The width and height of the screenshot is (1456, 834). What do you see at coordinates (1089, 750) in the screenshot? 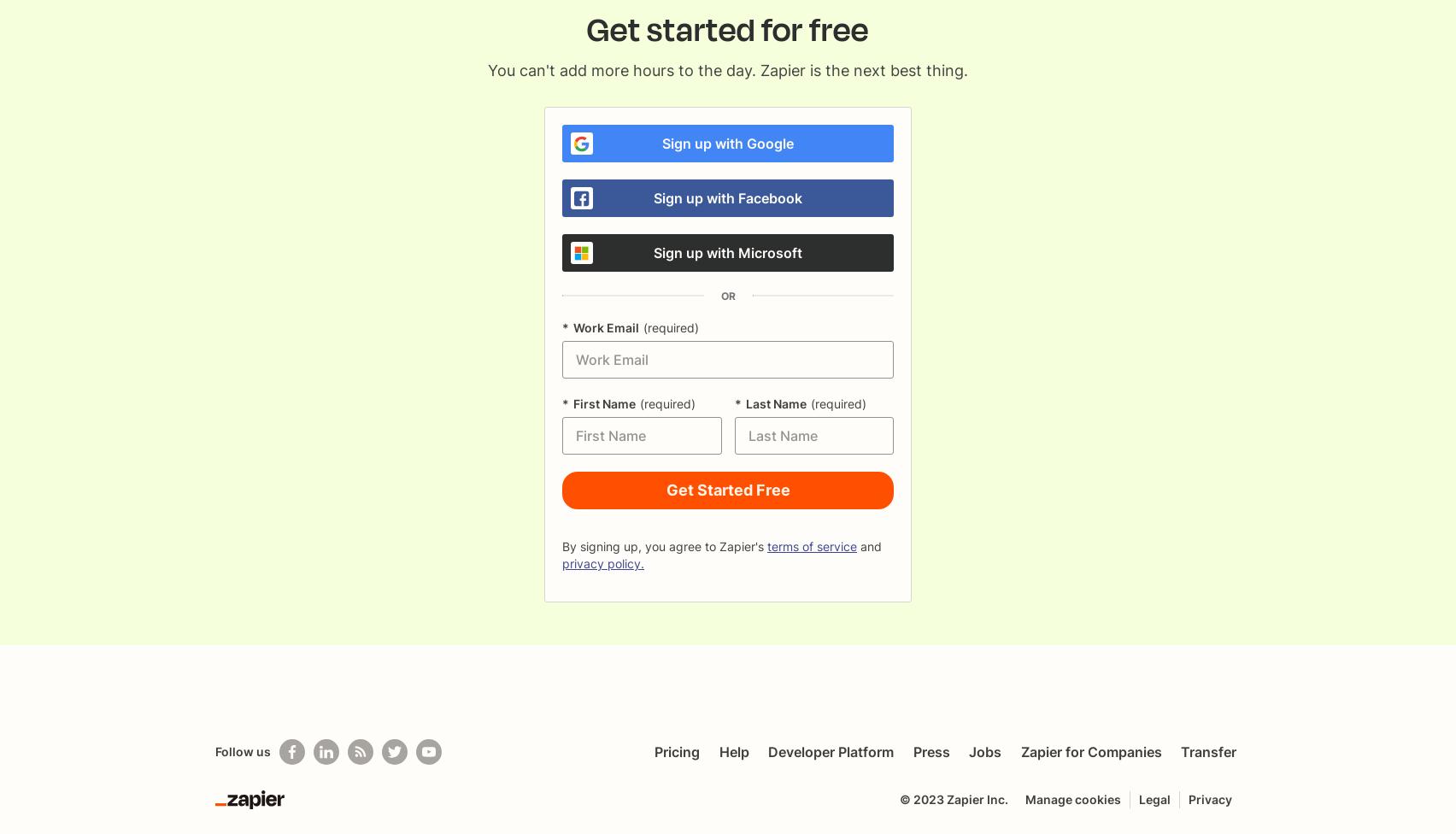
I see `'Zapier for Companies'` at bounding box center [1089, 750].